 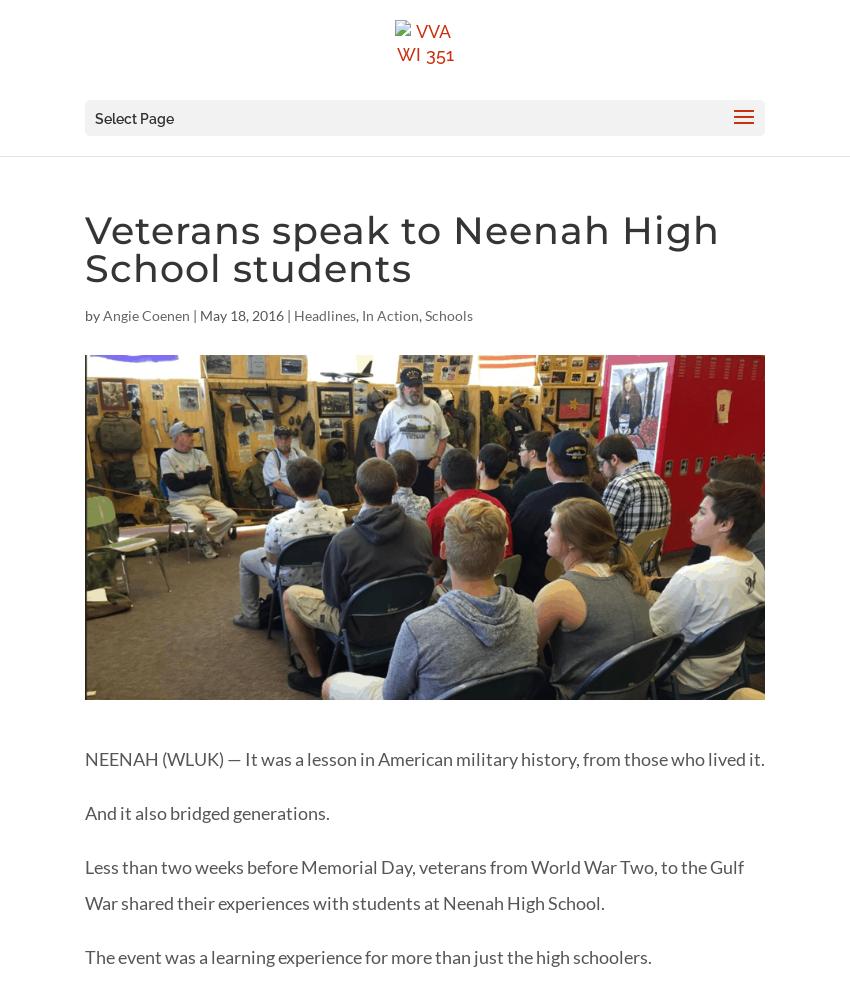 What do you see at coordinates (325, 314) in the screenshot?
I see `'Headlines'` at bounding box center [325, 314].